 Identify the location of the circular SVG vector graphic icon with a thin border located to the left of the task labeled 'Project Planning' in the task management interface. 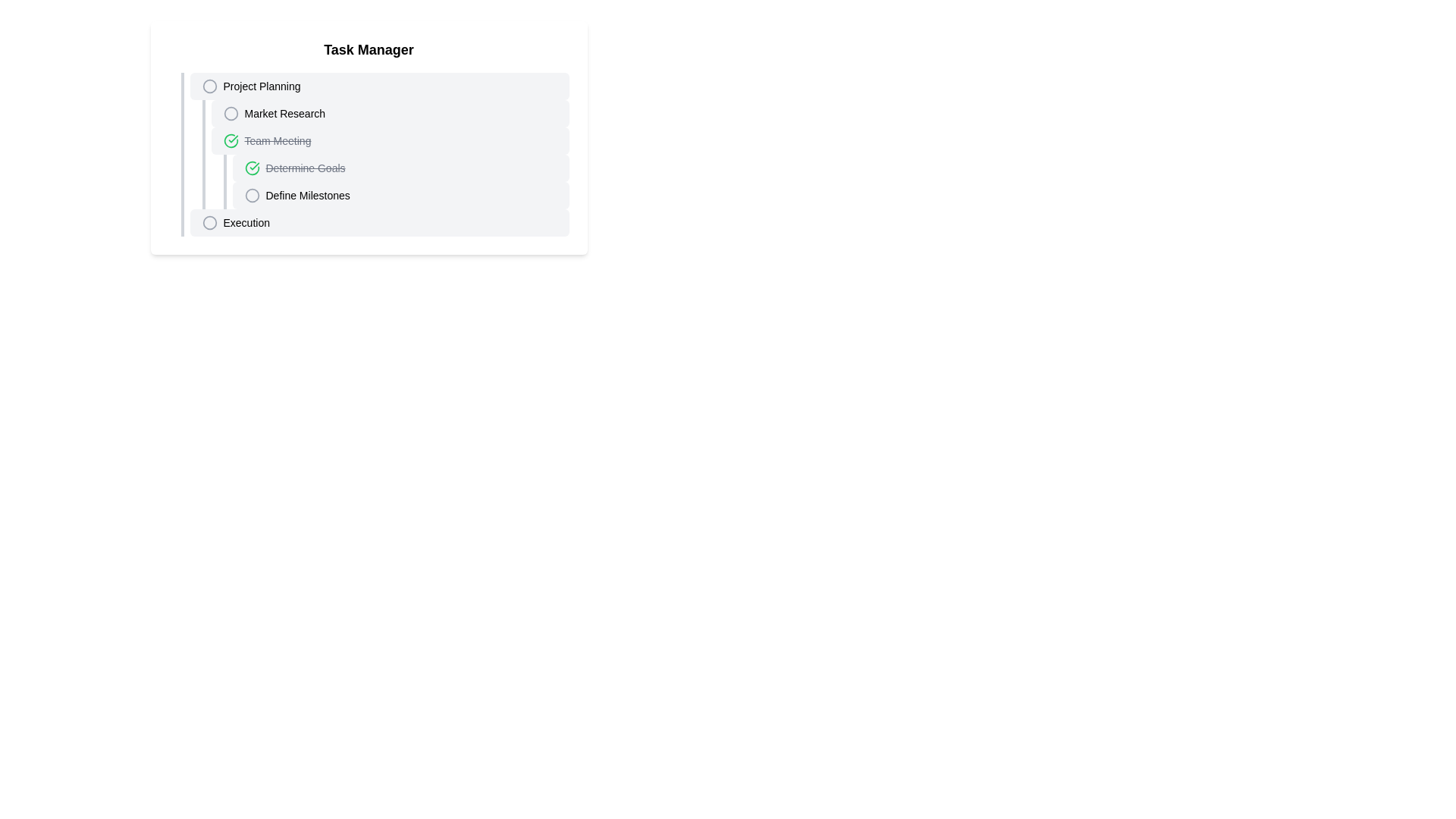
(209, 86).